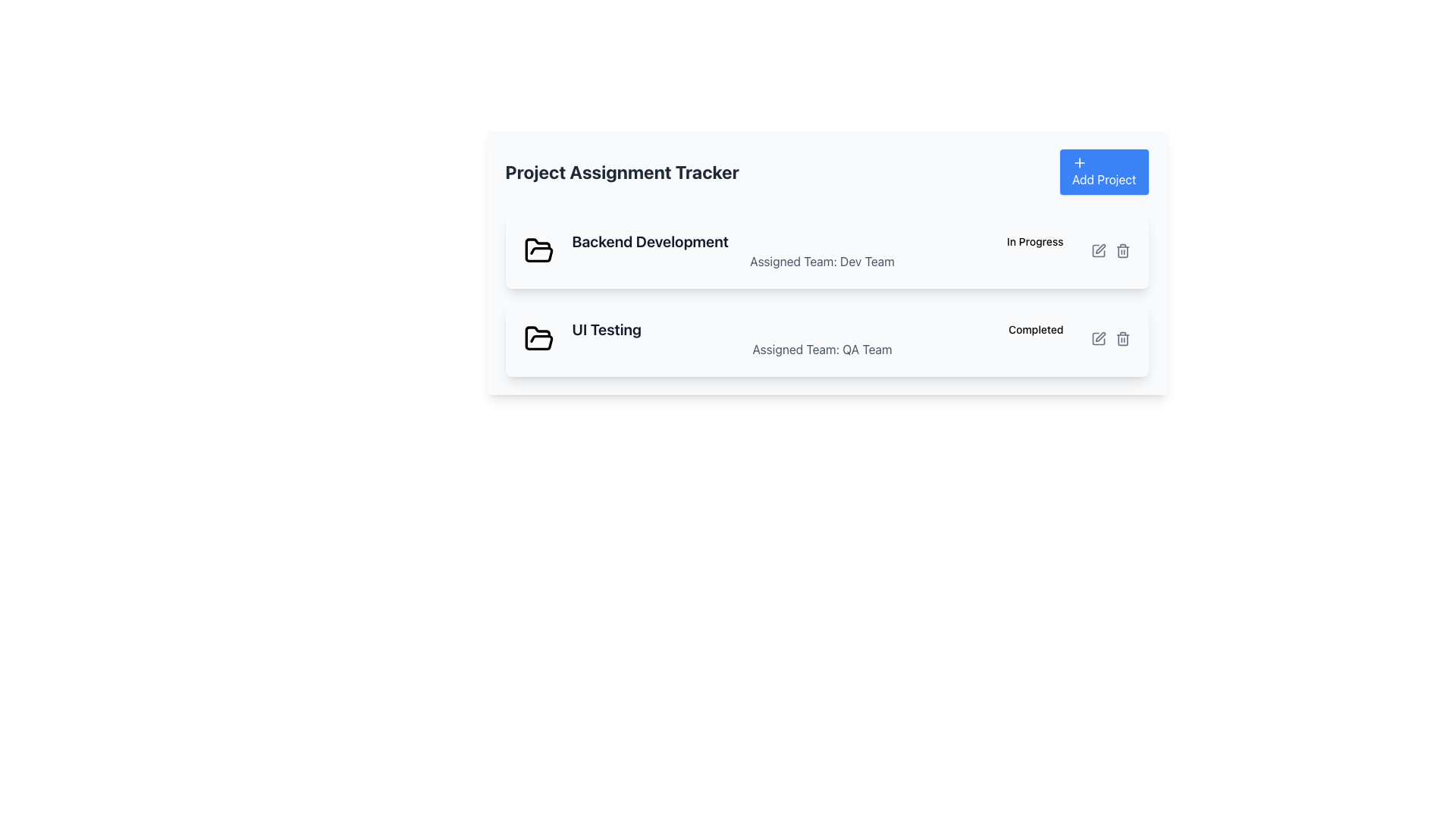 The width and height of the screenshot is (1456, 819). What do you see at coordinates (1110, 250) in the screenshot?
I see `the Icon Button used for editing entries related to the 'Backend Development' project, located to the right of the 'In Progress' status label` at bounding box center [1110, 250].